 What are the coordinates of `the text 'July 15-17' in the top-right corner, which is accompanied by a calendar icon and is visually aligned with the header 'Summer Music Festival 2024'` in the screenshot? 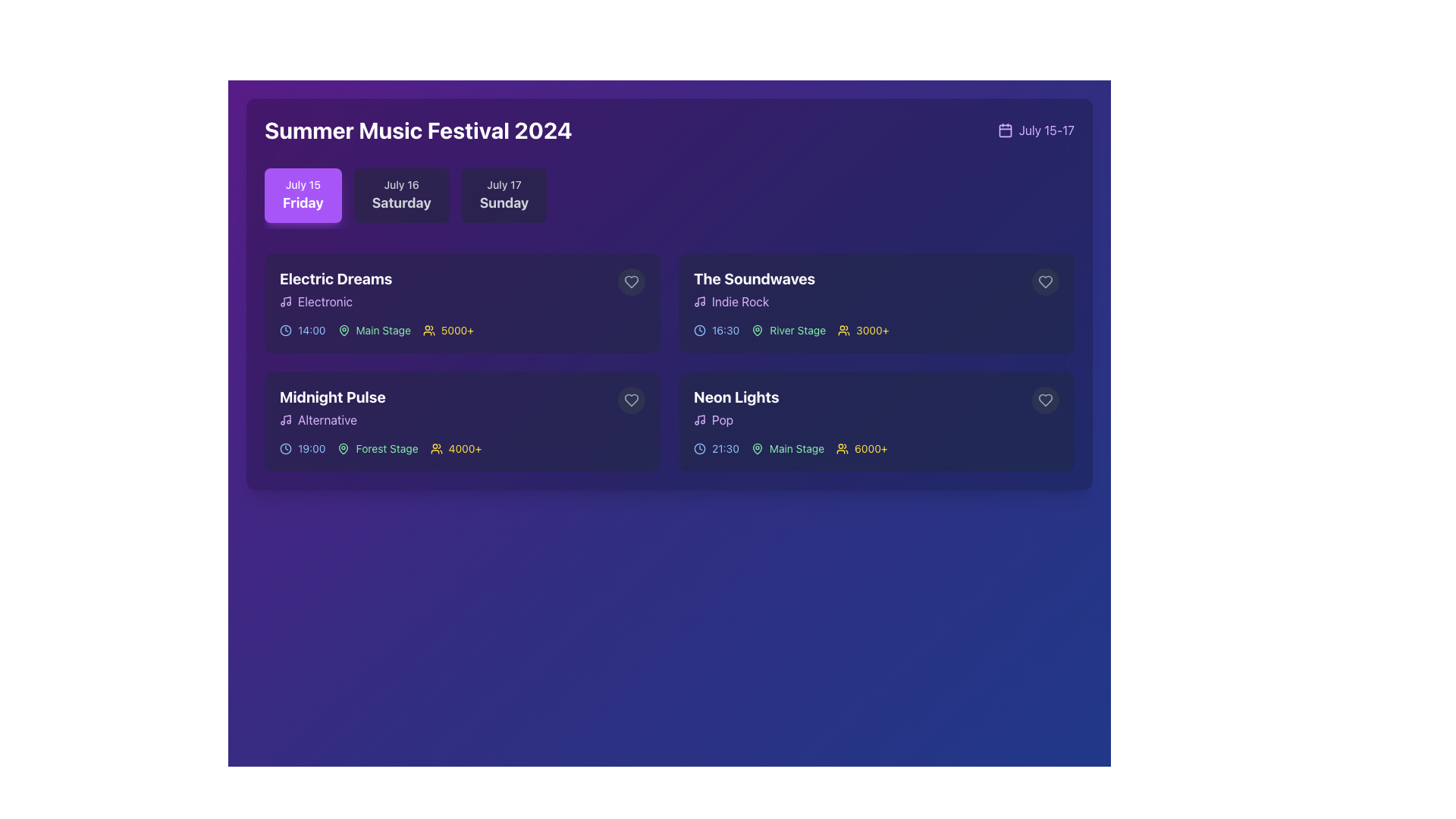 It's located at (1035, 130).